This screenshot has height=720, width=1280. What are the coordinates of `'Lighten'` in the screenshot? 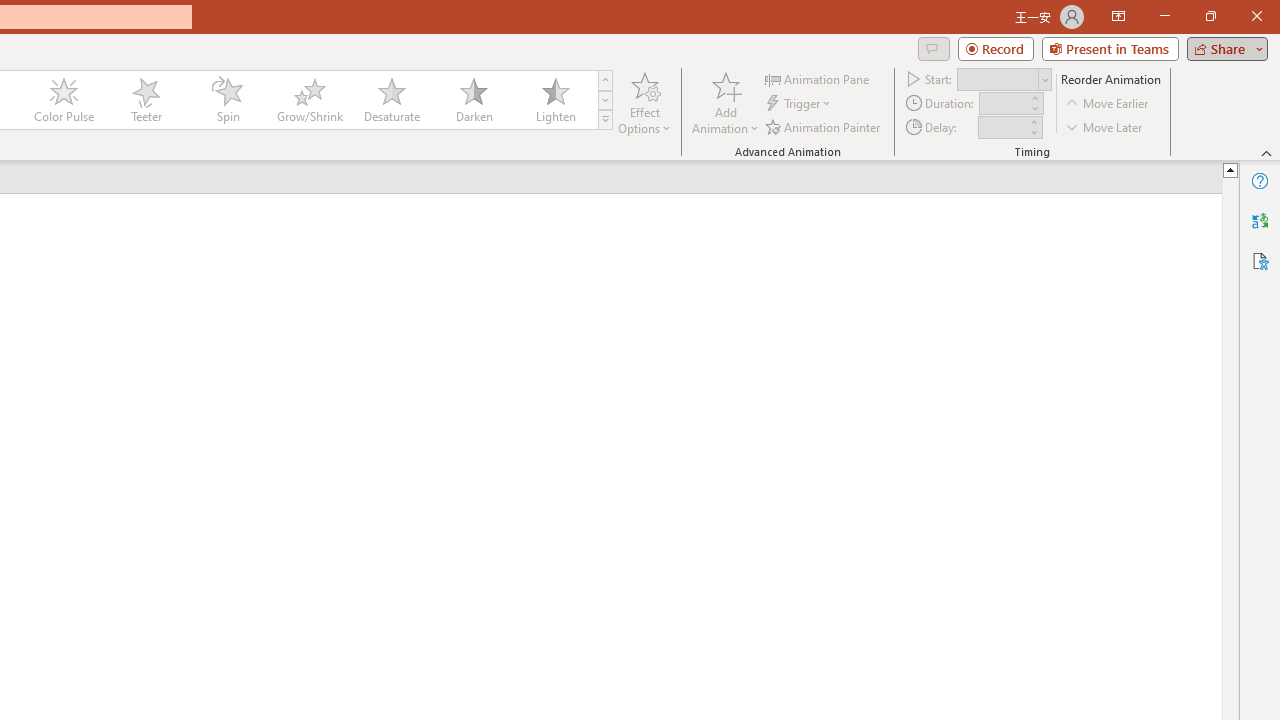 It's located at (555, 100).